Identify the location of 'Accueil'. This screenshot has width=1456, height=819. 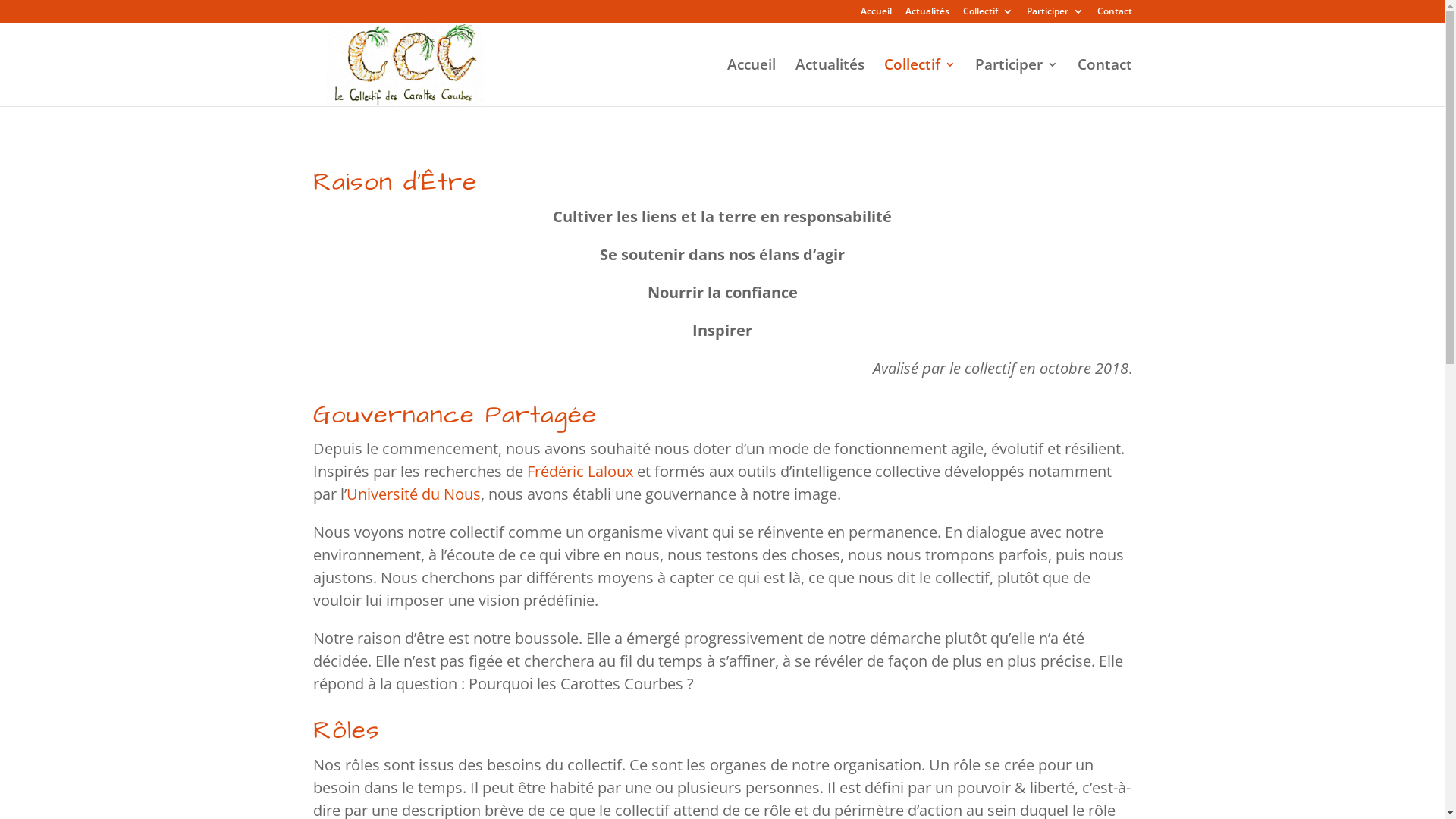
(750, 82).